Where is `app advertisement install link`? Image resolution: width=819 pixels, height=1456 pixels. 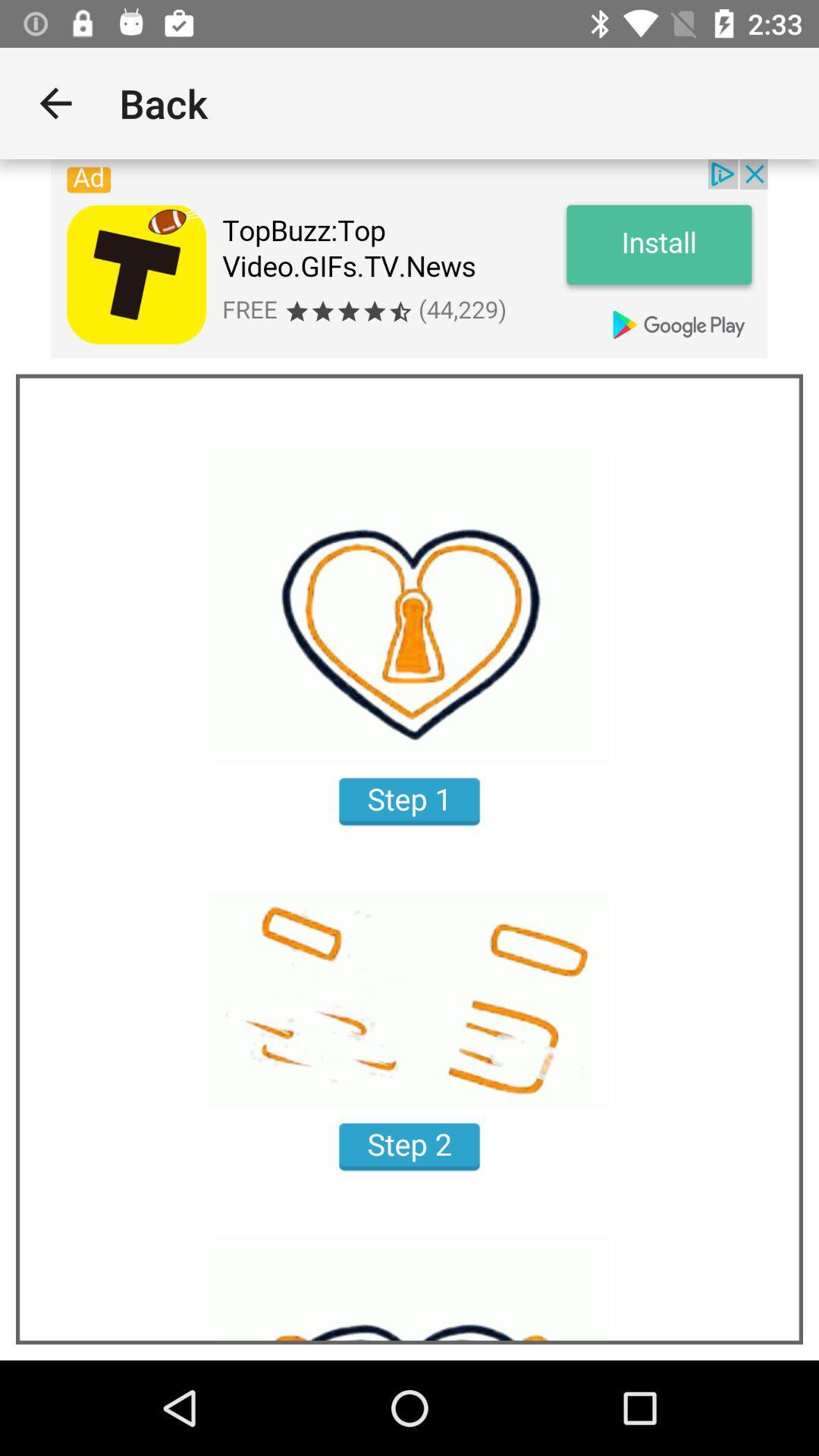
app advertisement install link is located at coordinates (409, 259).